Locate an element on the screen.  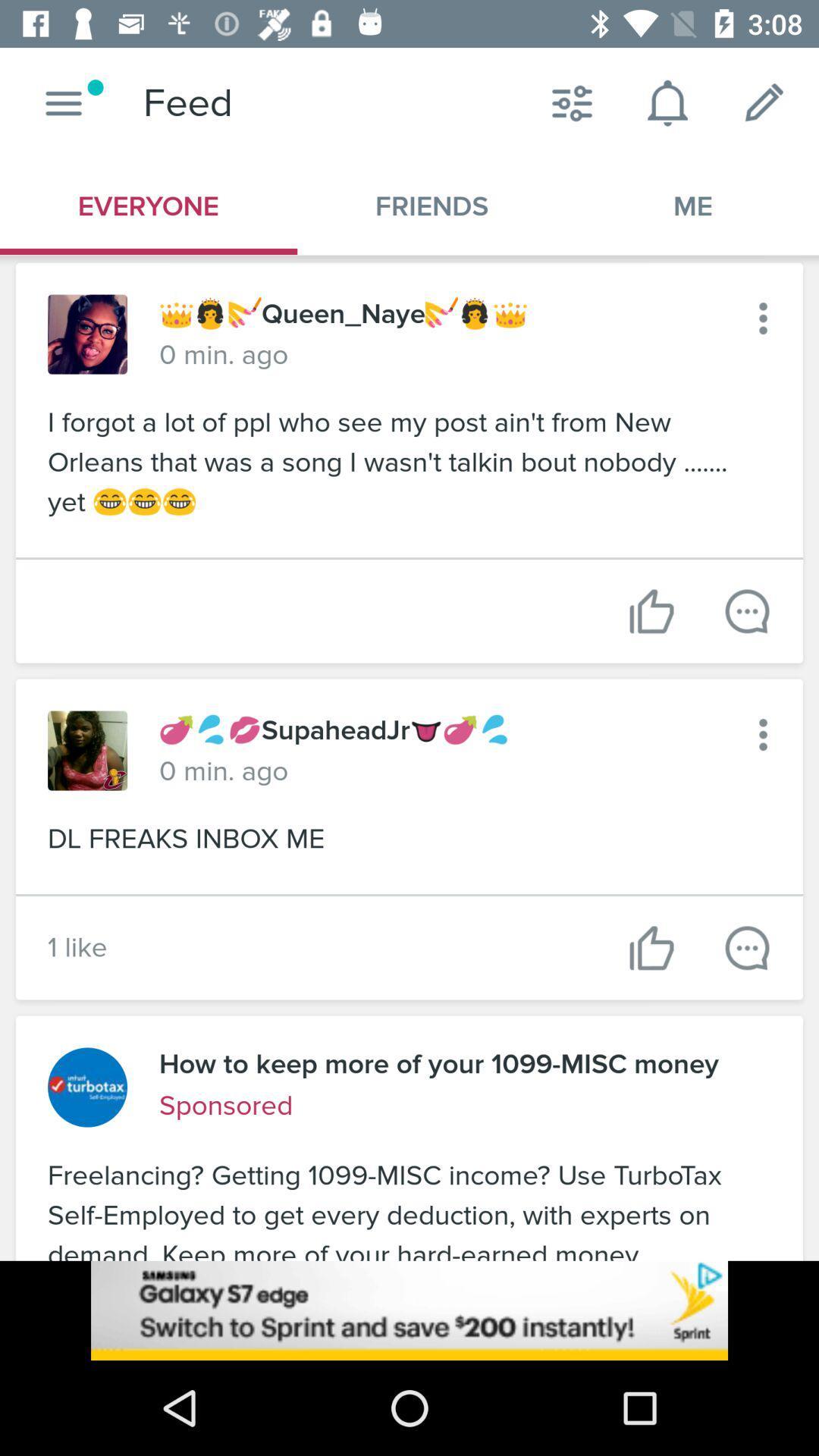
likes is located at coordinates (651, 947).